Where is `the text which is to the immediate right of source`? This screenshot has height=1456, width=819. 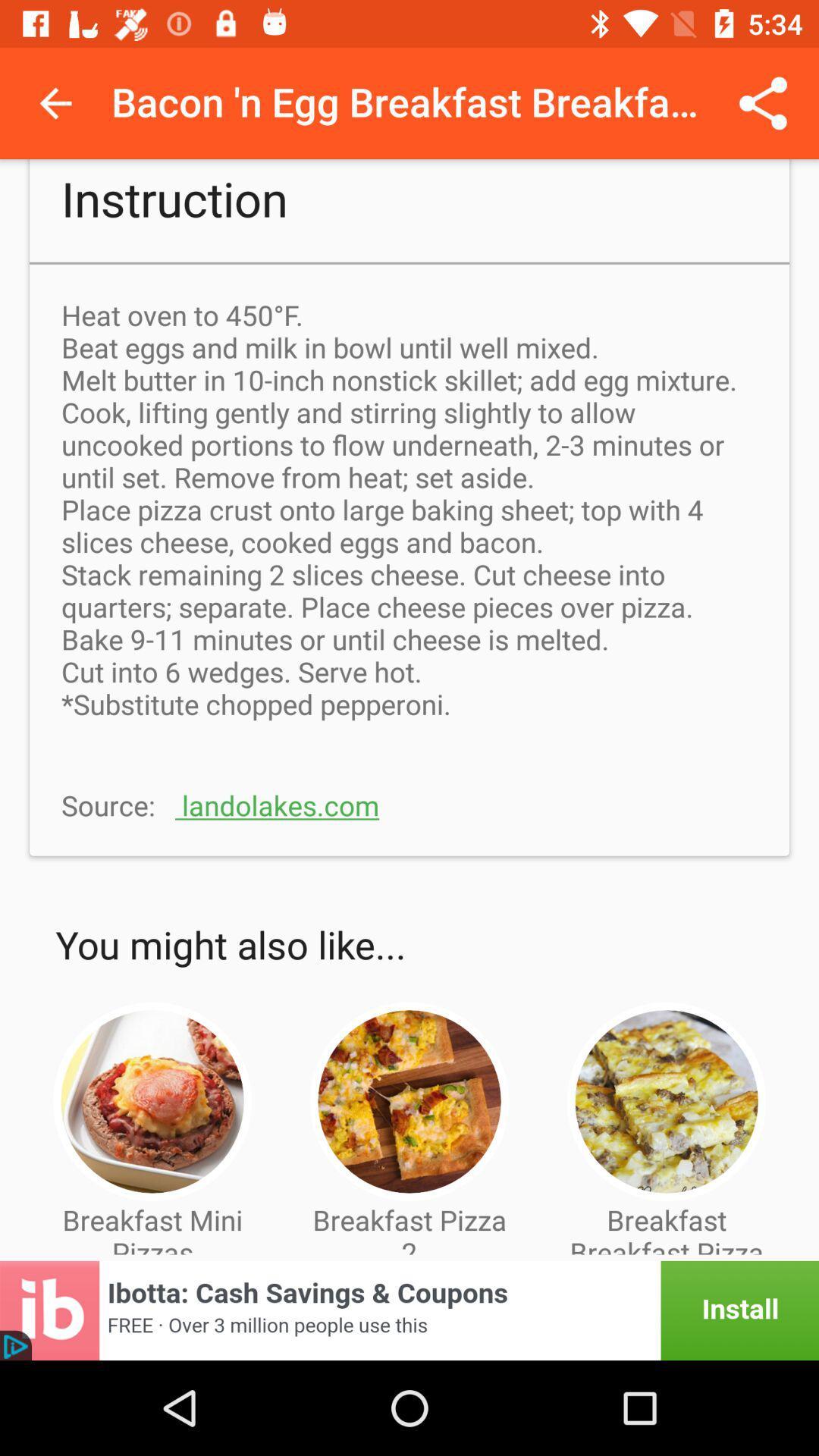 the text which is to the immediate right of source is located at coordinates (277, 804).